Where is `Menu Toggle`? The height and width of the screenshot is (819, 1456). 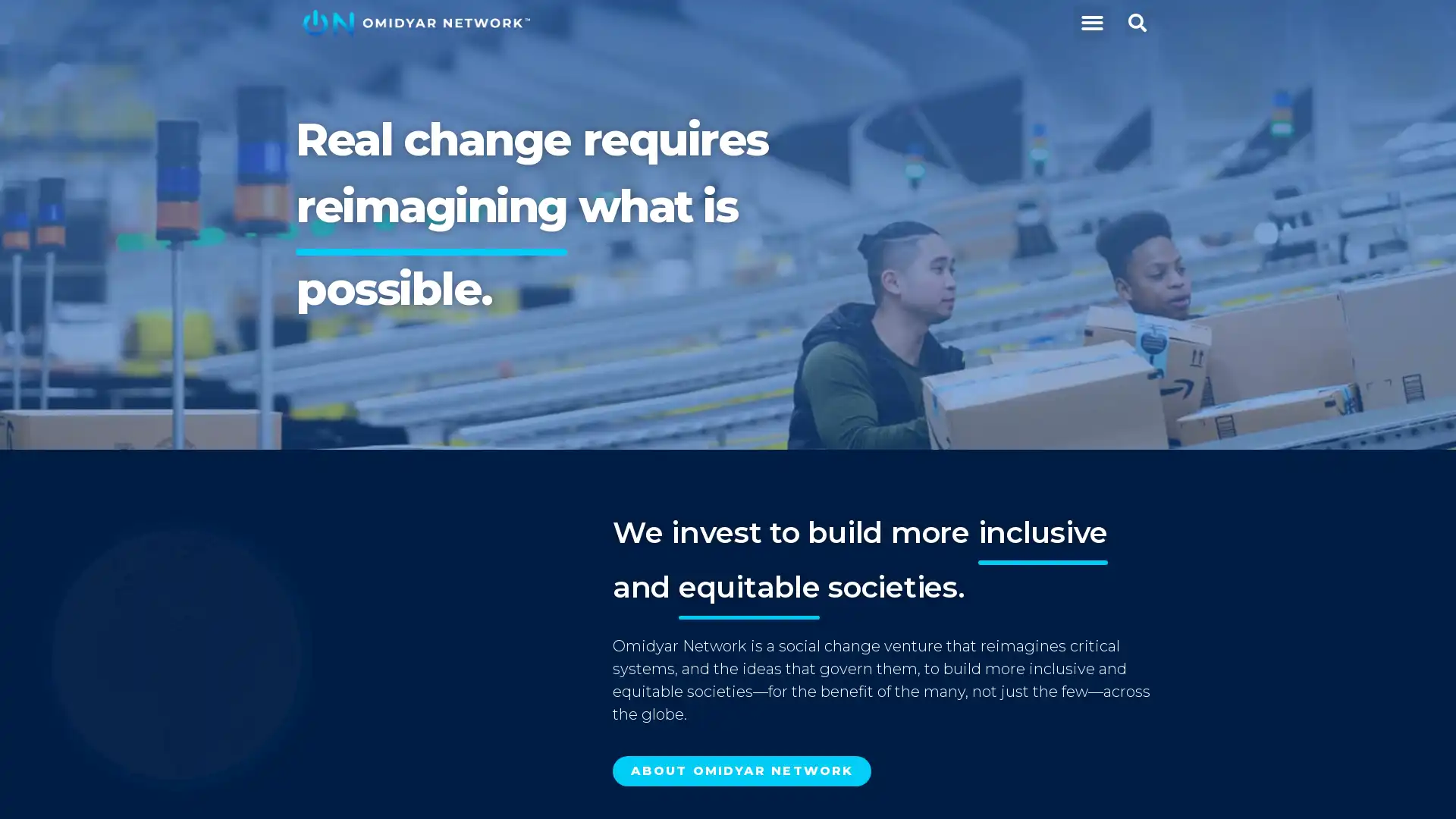 Menu Toggle is located at coordinates (1090, 23).